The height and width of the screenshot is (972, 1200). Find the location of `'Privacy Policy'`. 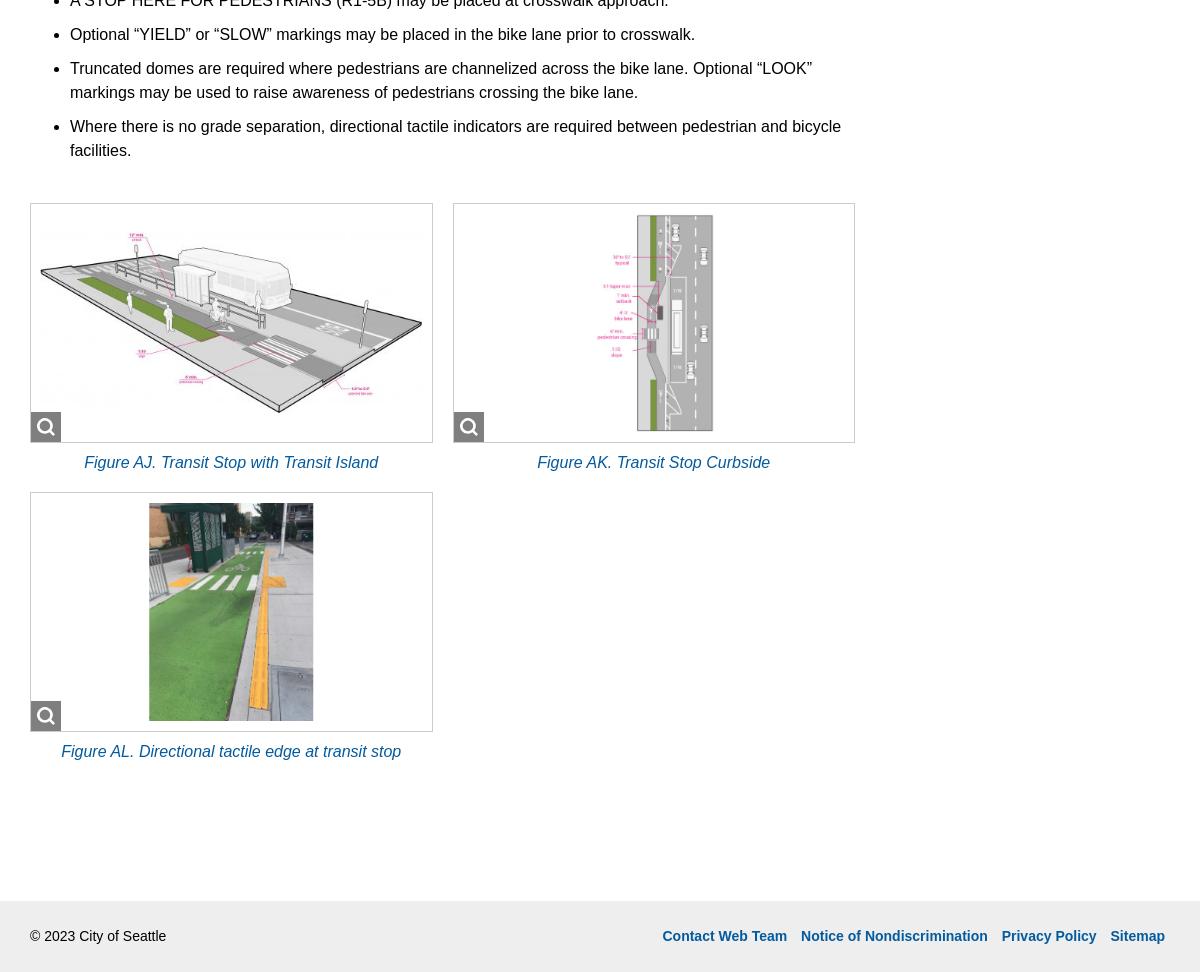

'Privacy Policy' is located at coordinates (1048, 933).